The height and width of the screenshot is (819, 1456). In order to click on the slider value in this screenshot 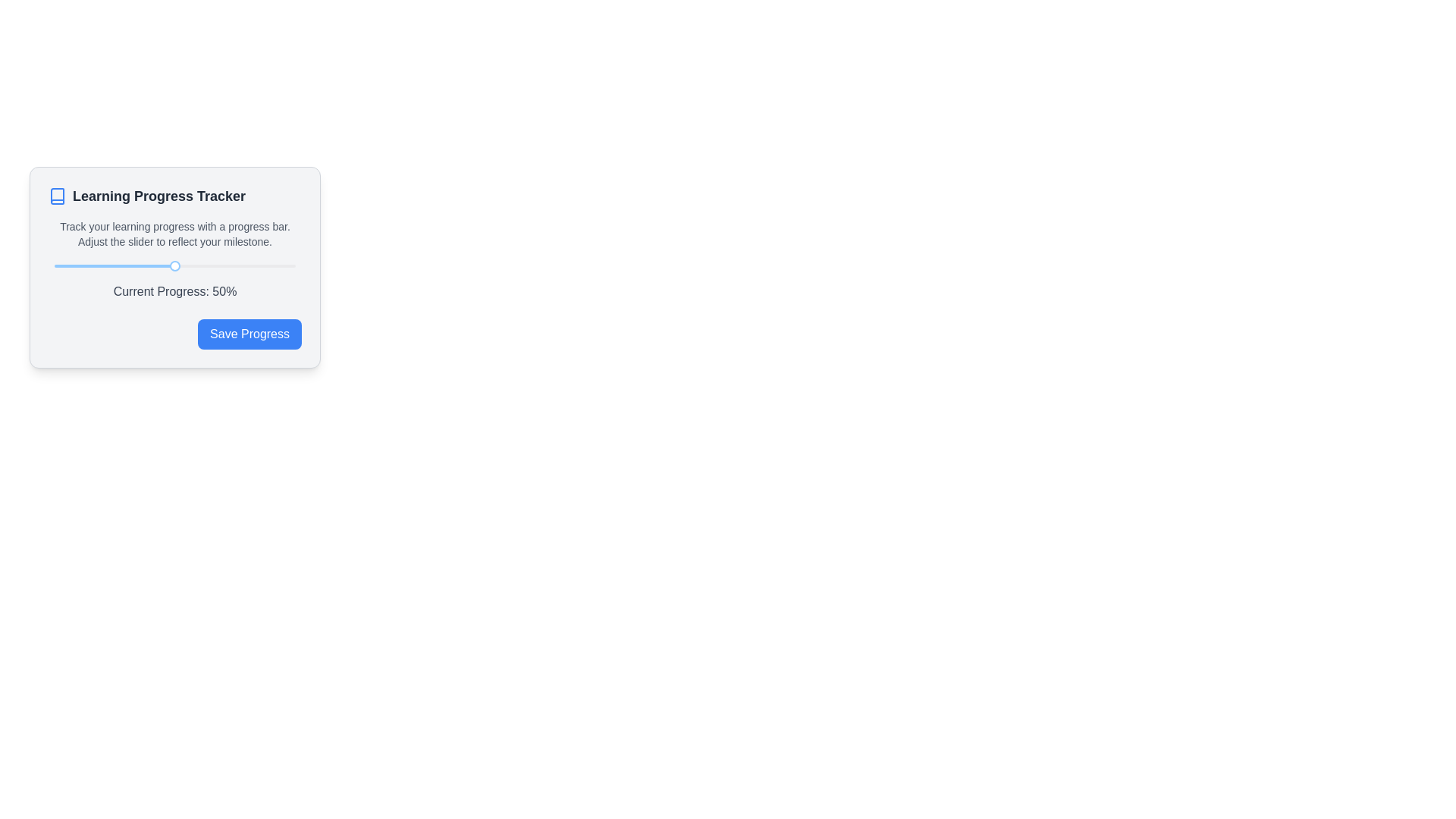, I will do `click(77, 265)`.